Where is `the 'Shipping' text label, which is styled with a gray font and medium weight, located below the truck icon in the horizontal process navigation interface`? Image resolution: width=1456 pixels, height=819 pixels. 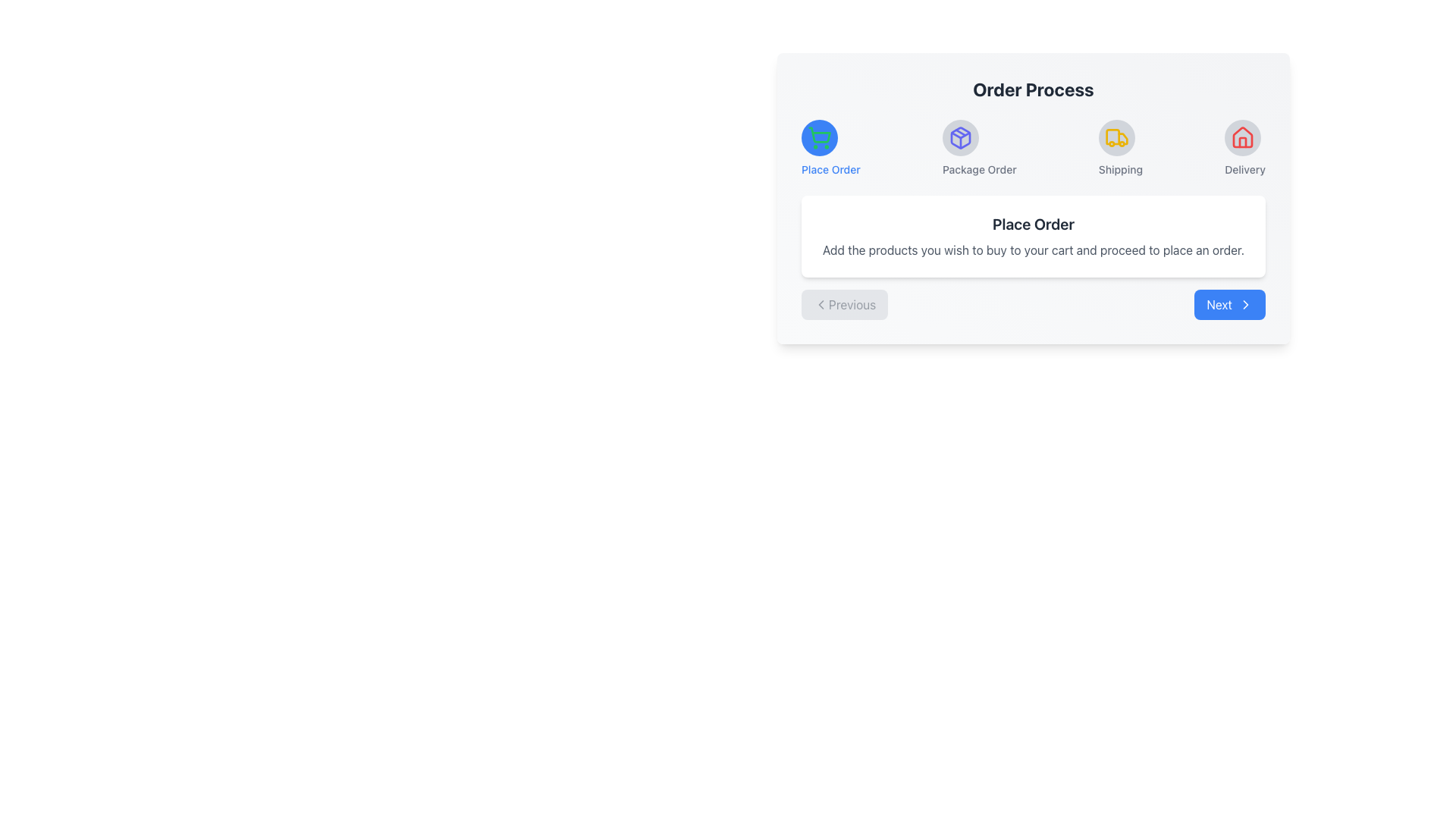 the 'Shipping' text label, which is styled with a gray font and medium weight, located below the truck icon in the horizontal process navigation interface is located at coordinates (1121, 169).